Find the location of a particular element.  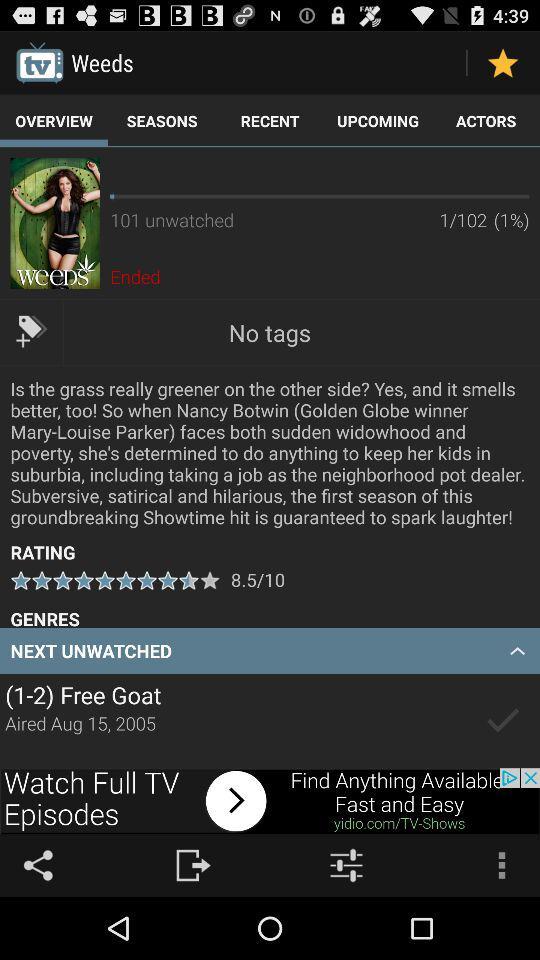

advertisement tags is located at coordinates (30, 331).